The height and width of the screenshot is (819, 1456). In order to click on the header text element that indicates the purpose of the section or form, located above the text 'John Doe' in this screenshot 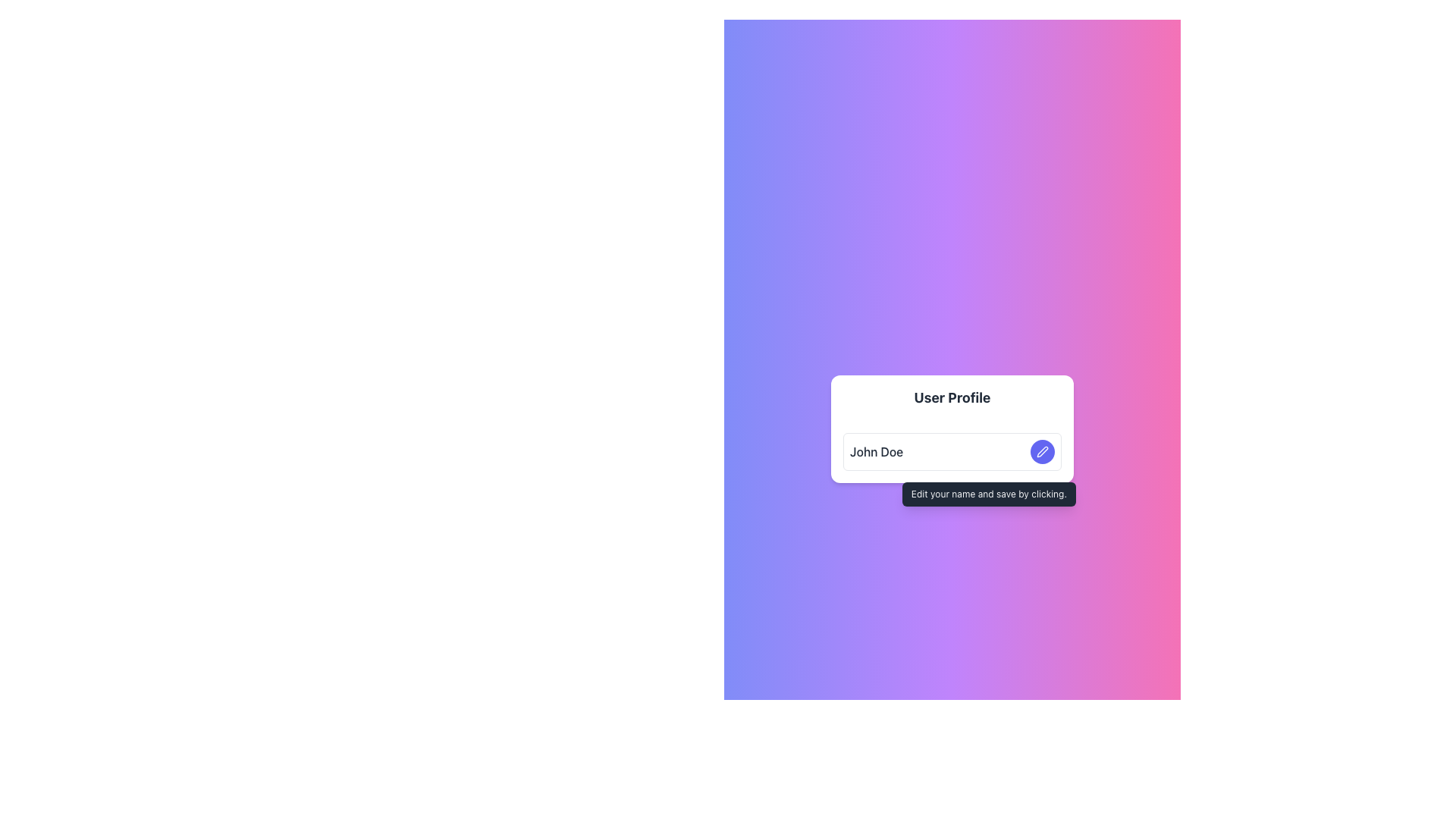, I will do `click(952, 397)`.